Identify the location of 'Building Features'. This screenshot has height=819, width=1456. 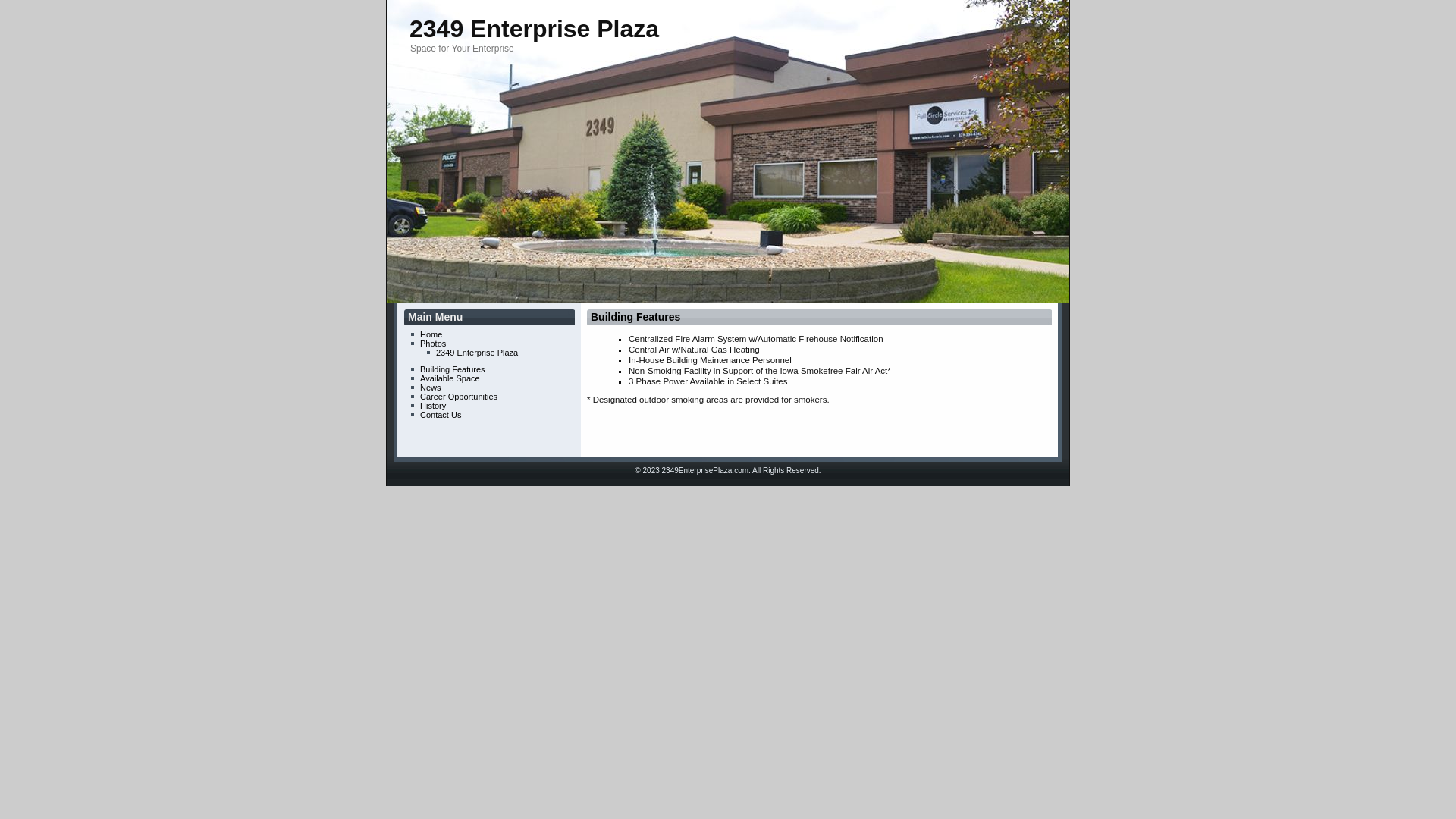
(589, 315).